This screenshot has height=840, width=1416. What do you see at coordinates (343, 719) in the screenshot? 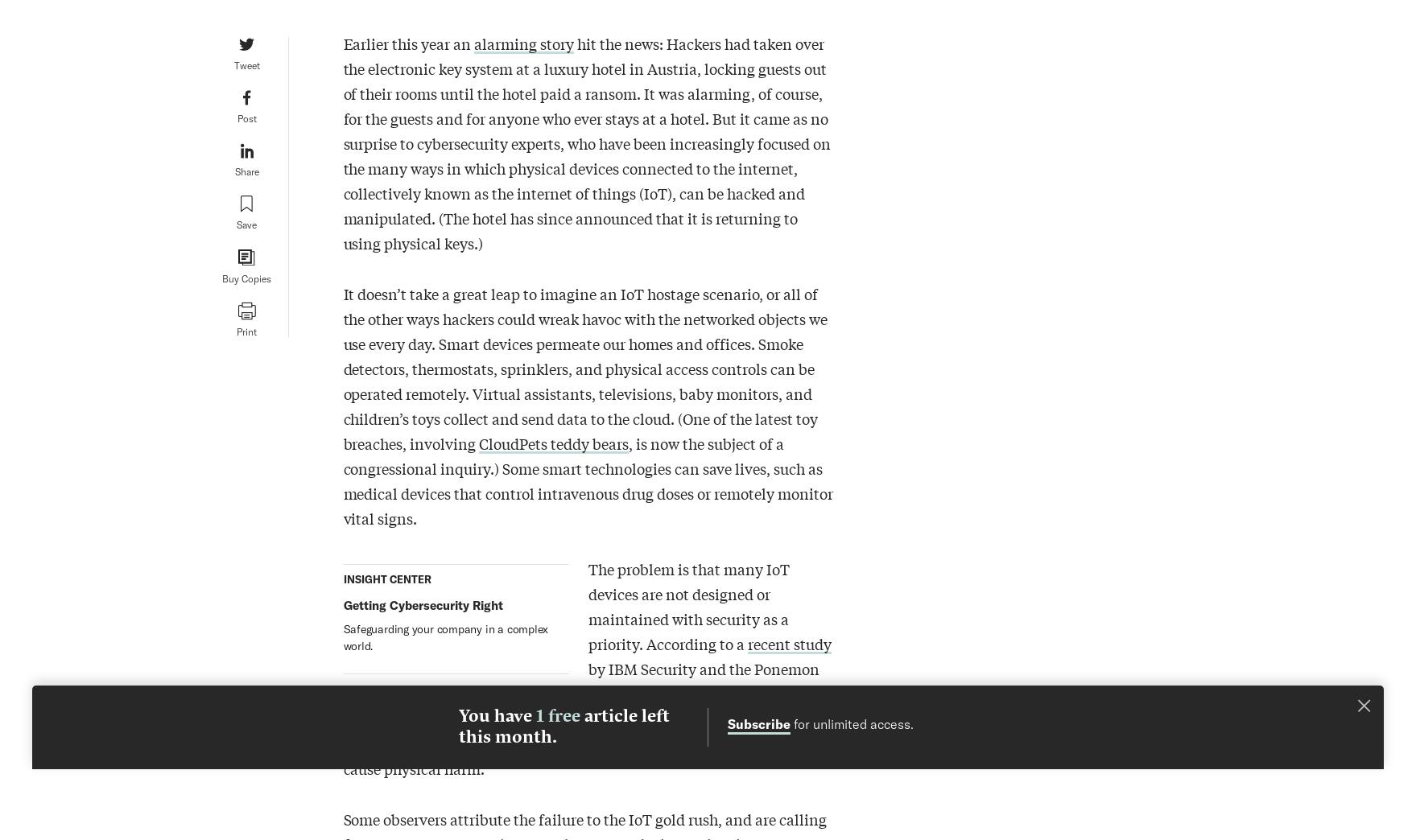
I see `'by IBM Security and the Ponemon Institute, 80% of organizations do not routinely test their IoT apps for security vulnerabilities. That makes it a lot easier for criminals to use IoT devices to spy, steal, and even cause physical harm.'` at bounding box center [343, 719].